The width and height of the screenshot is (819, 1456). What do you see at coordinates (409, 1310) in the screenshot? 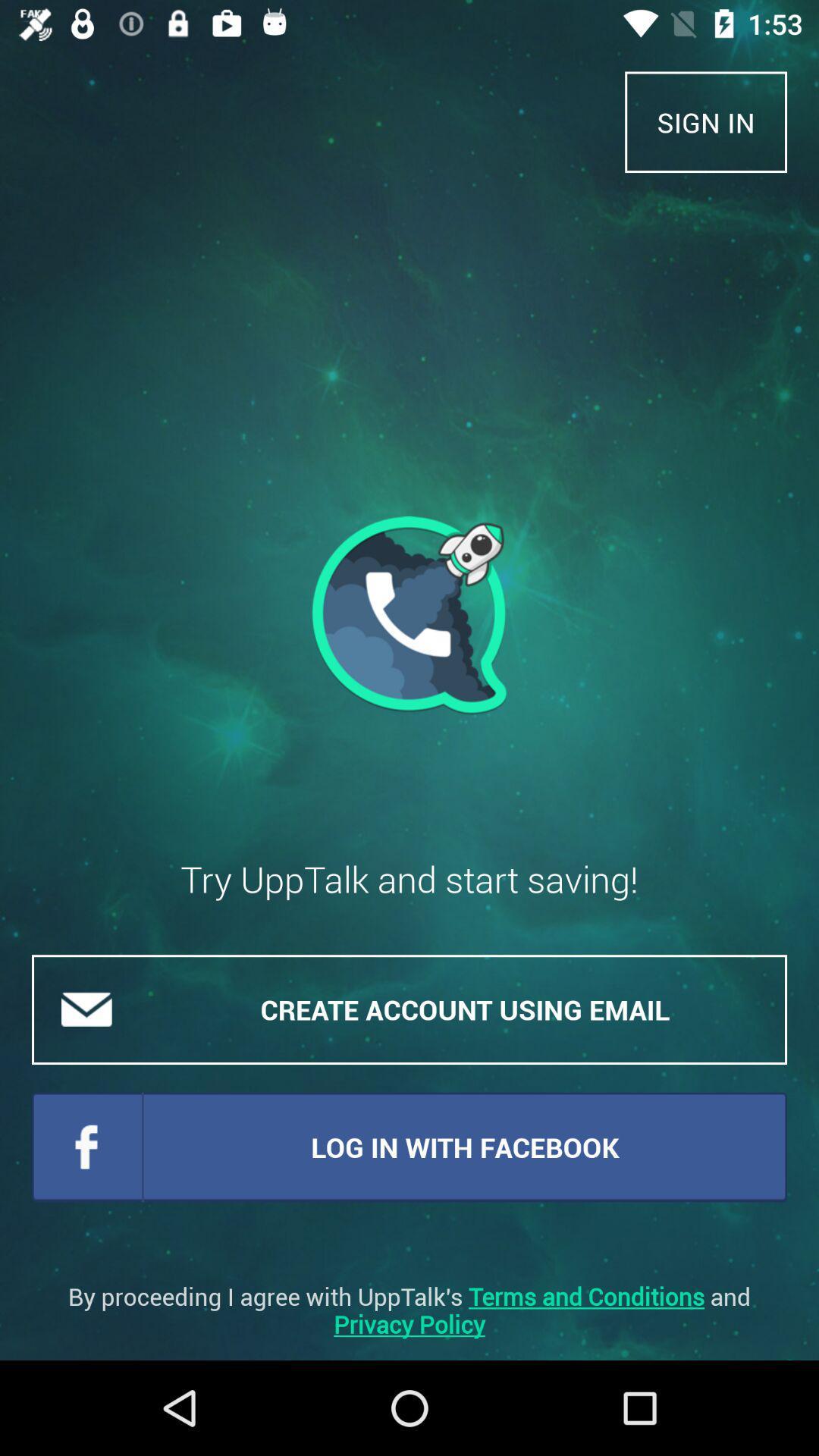
I see `the by proceeding i icon` at bounding box center [409, 1310].